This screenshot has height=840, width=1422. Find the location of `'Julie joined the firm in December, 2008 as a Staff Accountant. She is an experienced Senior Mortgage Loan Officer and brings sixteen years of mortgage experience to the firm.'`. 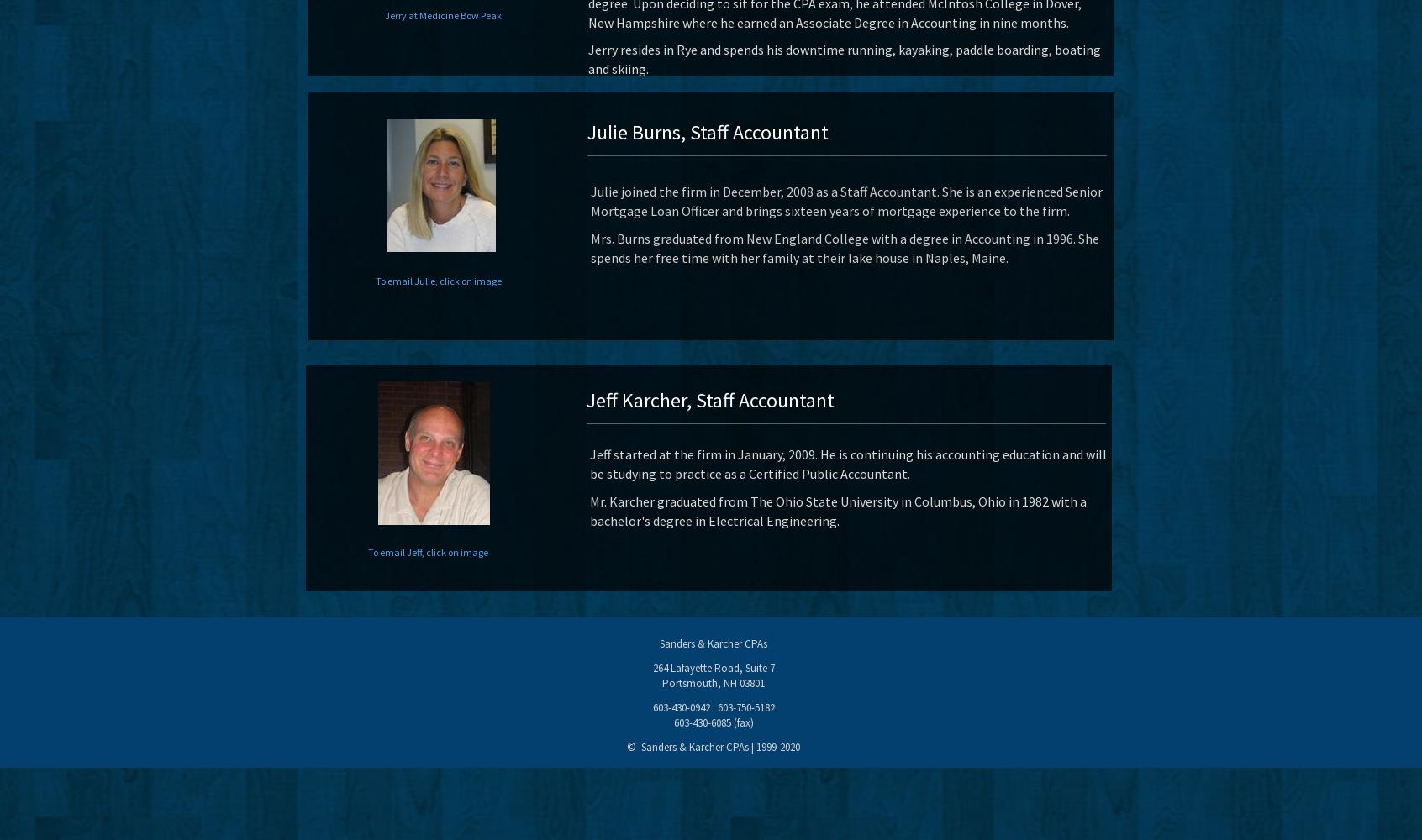

'Julie joined the firm in December, 2008 as a Staff Accountant. She is an experienced Senior Mortgage Loan Officer and brings sixteen years of mortgage experience to the firm.' is located at coordinates (845, 200).